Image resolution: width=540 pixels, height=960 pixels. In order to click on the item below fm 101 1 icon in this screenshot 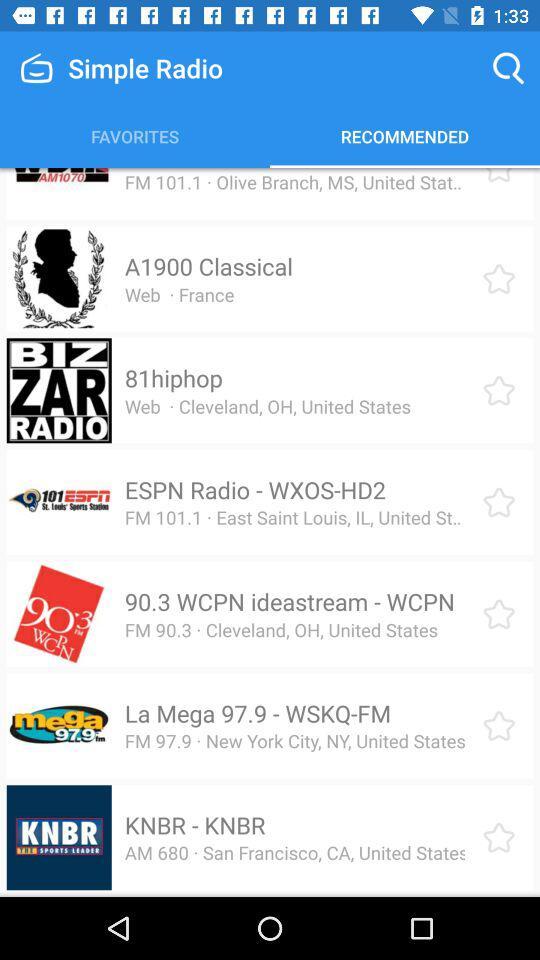, I will do `click(207, 265)`.